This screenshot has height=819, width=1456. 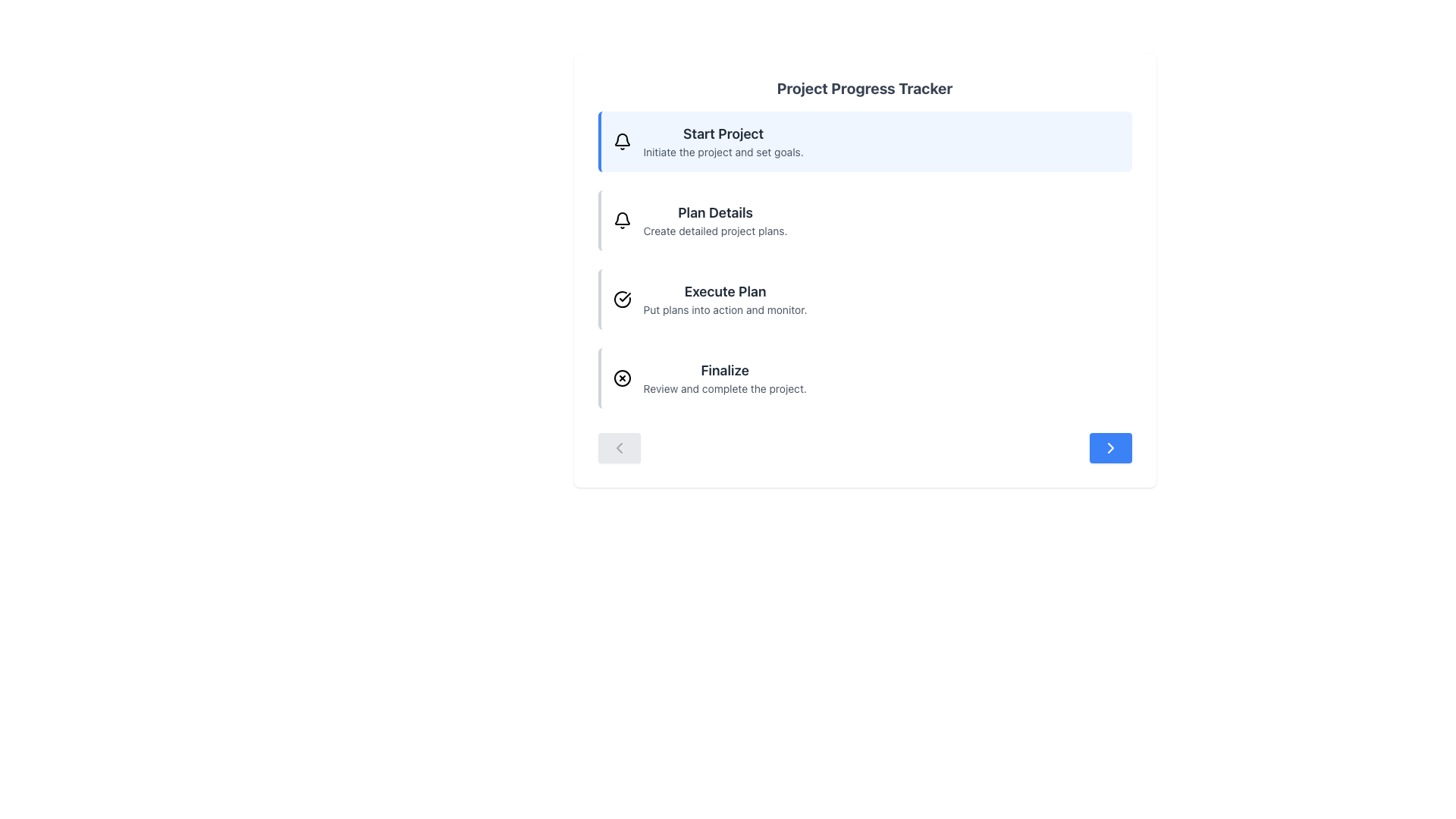 What do you see at coordinates (864, 141) in the screenshot?
I see `the first interactive list item with the title 'Start Project'` at bounding box center [864, 141].